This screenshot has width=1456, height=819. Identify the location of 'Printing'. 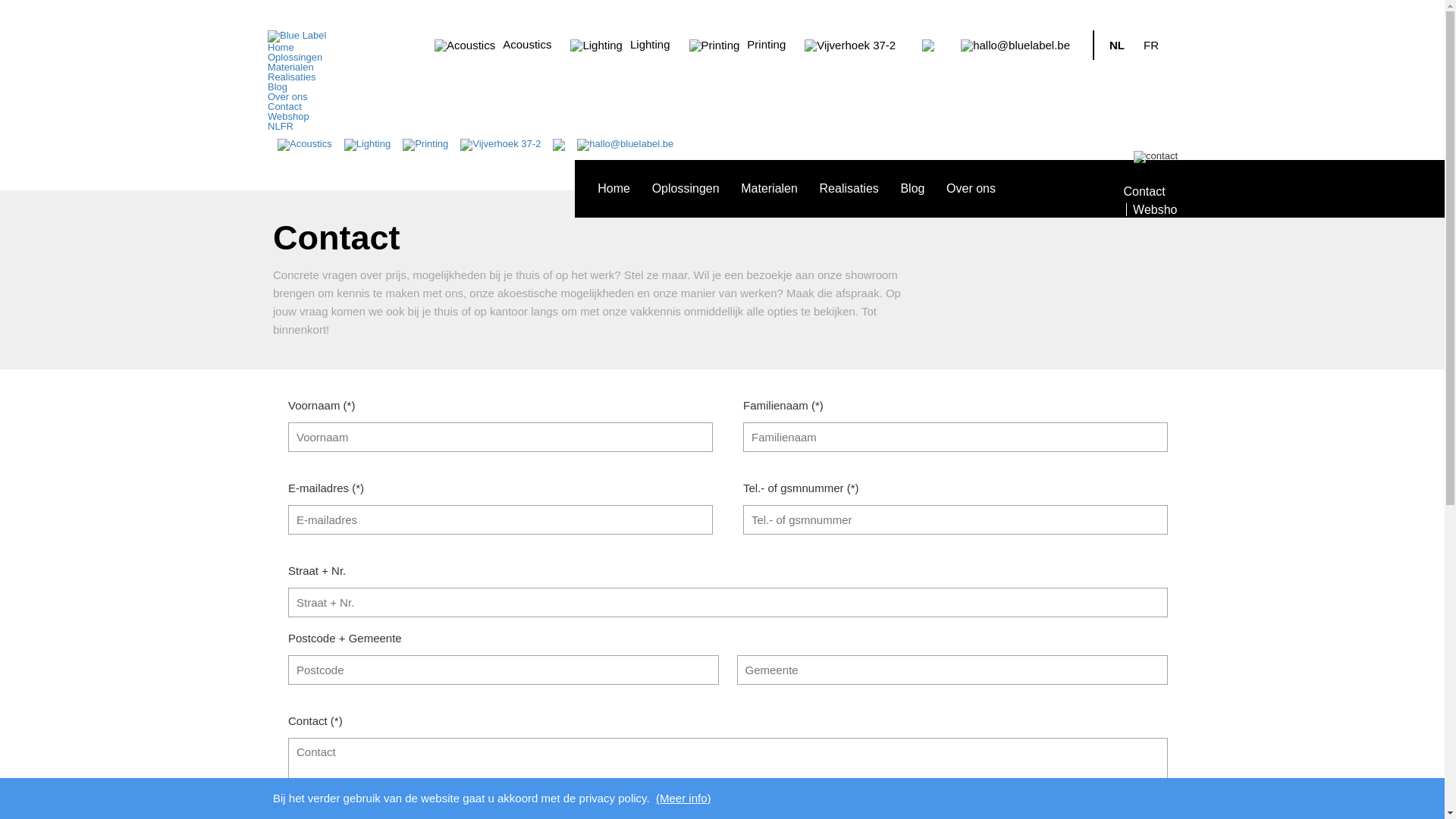
(736, 44).